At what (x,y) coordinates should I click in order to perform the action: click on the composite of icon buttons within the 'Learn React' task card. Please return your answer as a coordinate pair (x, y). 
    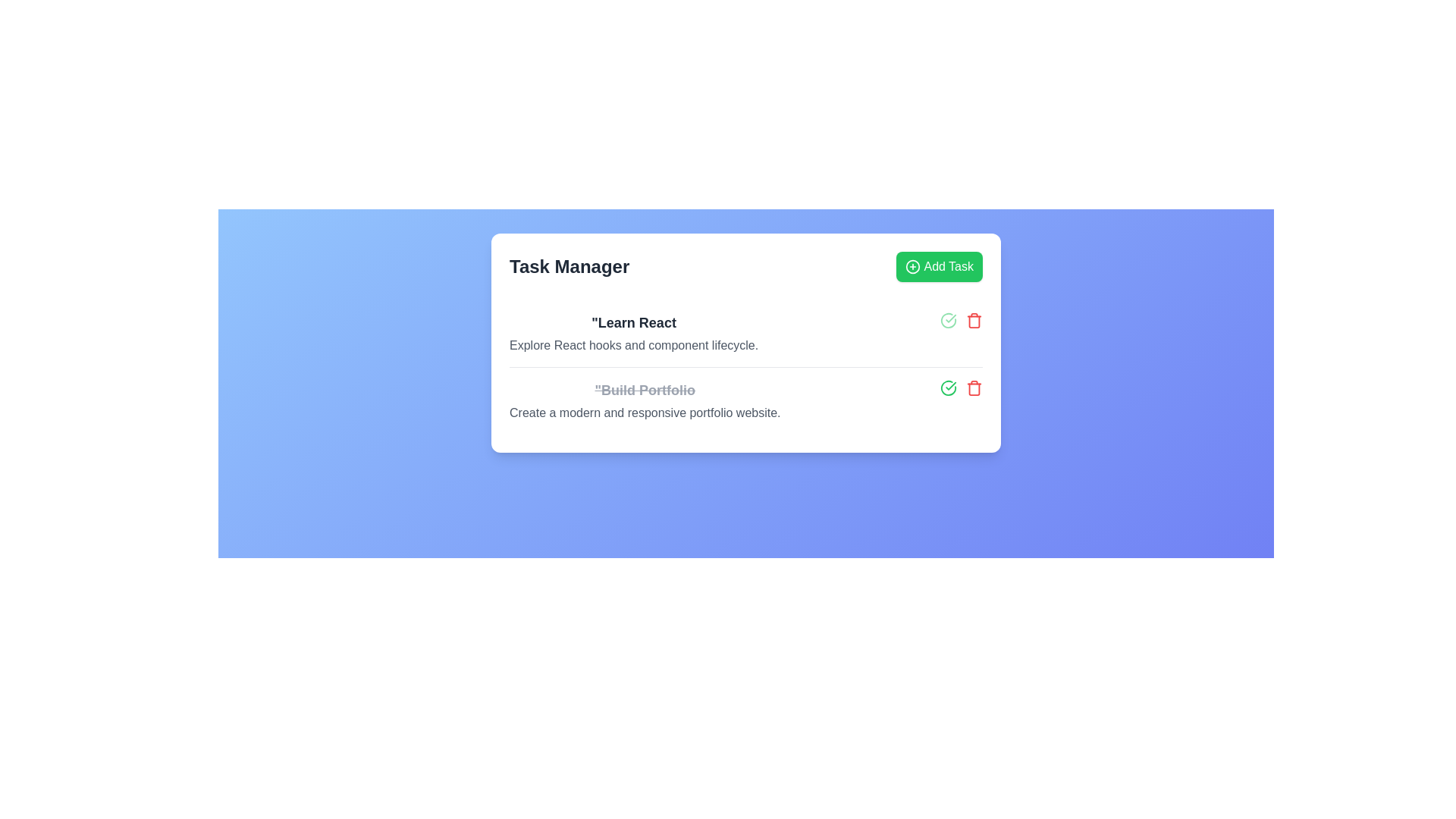
    Looking at the image, I should click on (960, 320).